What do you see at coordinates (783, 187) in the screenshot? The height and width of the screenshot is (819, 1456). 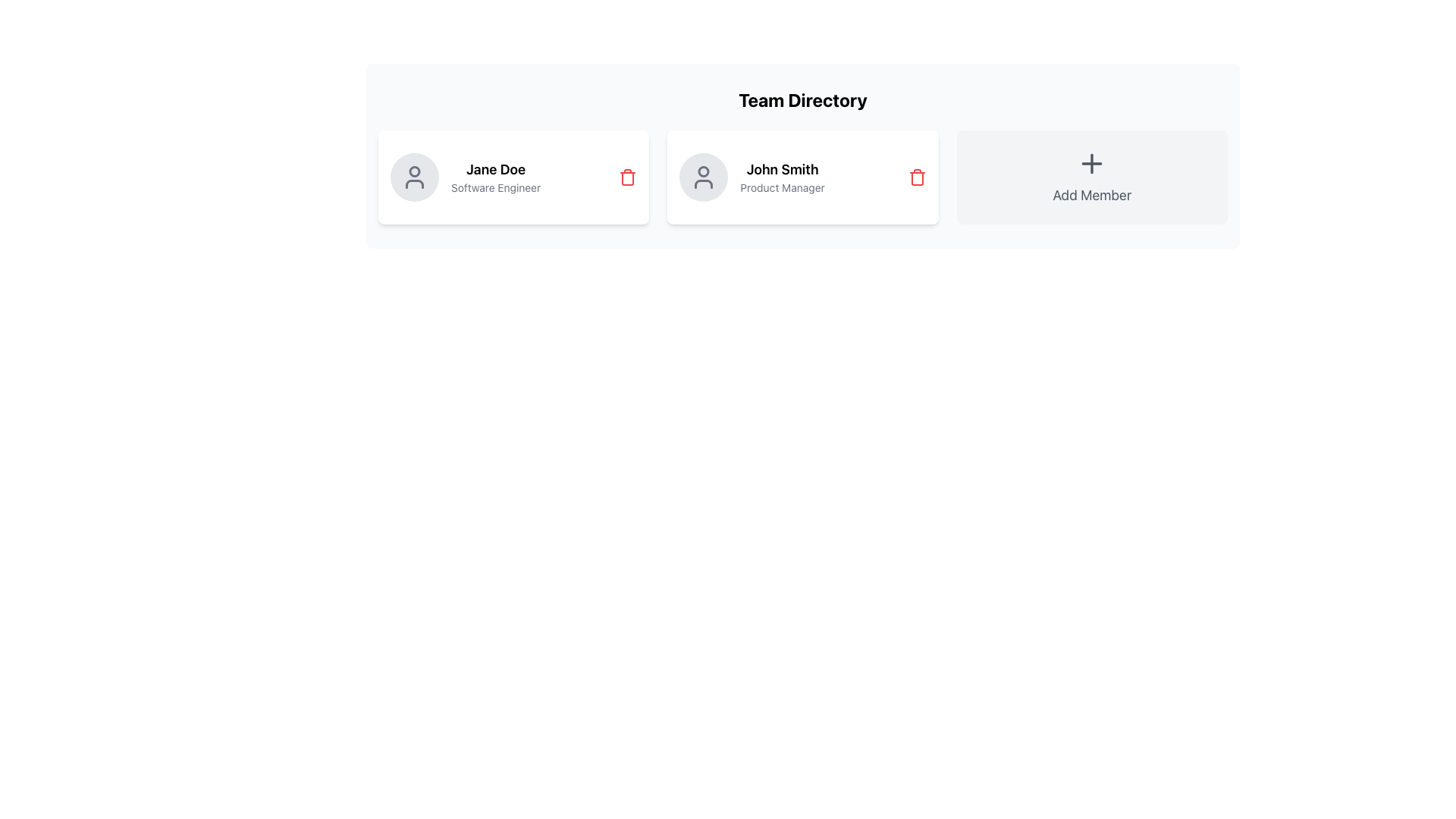 I see `text label that provides the role or title of John Smith in the central card of the 'Team Directory' section` at bounding box center [783, 187].